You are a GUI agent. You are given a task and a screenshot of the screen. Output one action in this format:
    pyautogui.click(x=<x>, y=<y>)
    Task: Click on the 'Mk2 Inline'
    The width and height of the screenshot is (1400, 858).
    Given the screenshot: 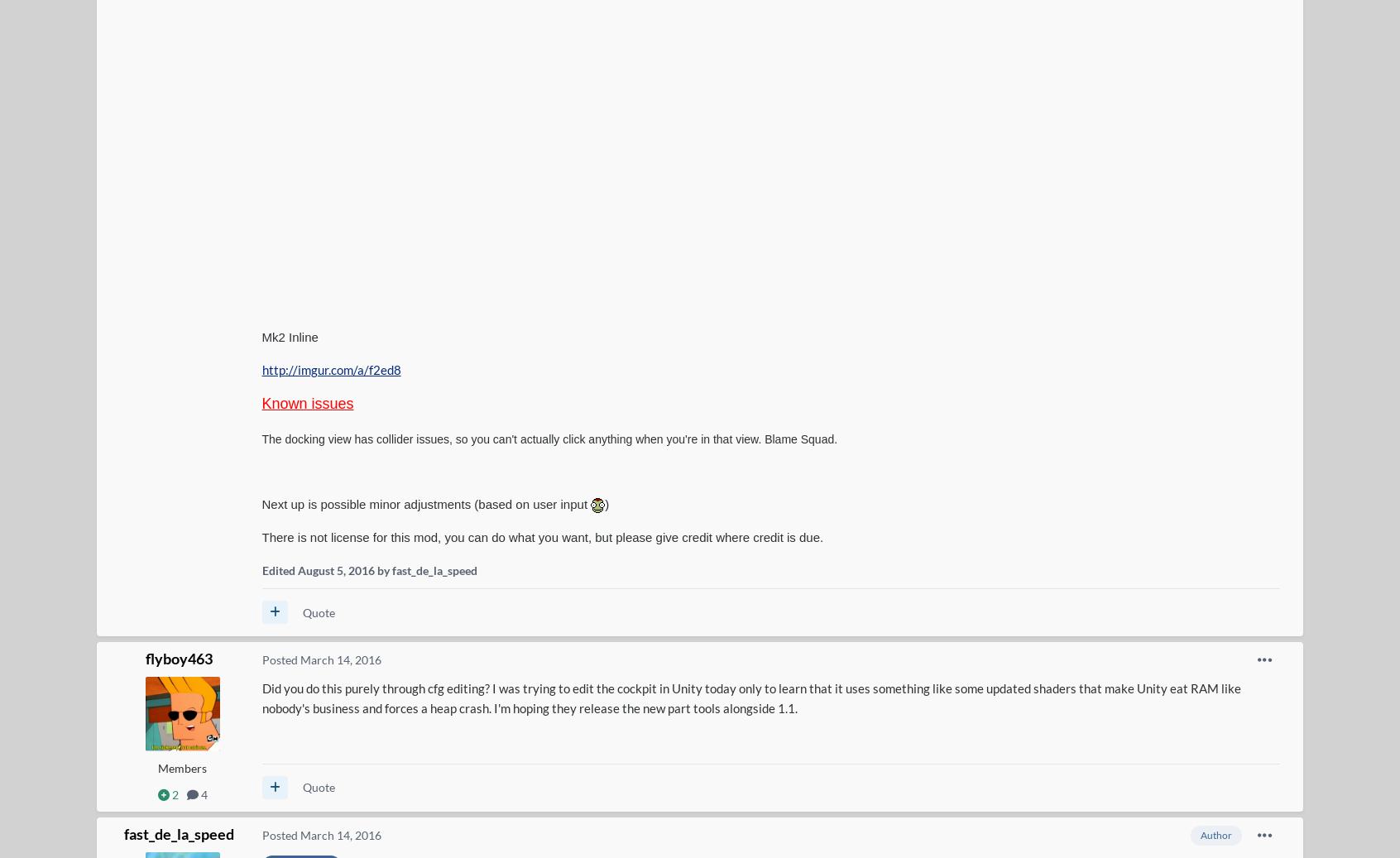 What is the action you would take?
    pyautogui.click(x=289, y=336)
    